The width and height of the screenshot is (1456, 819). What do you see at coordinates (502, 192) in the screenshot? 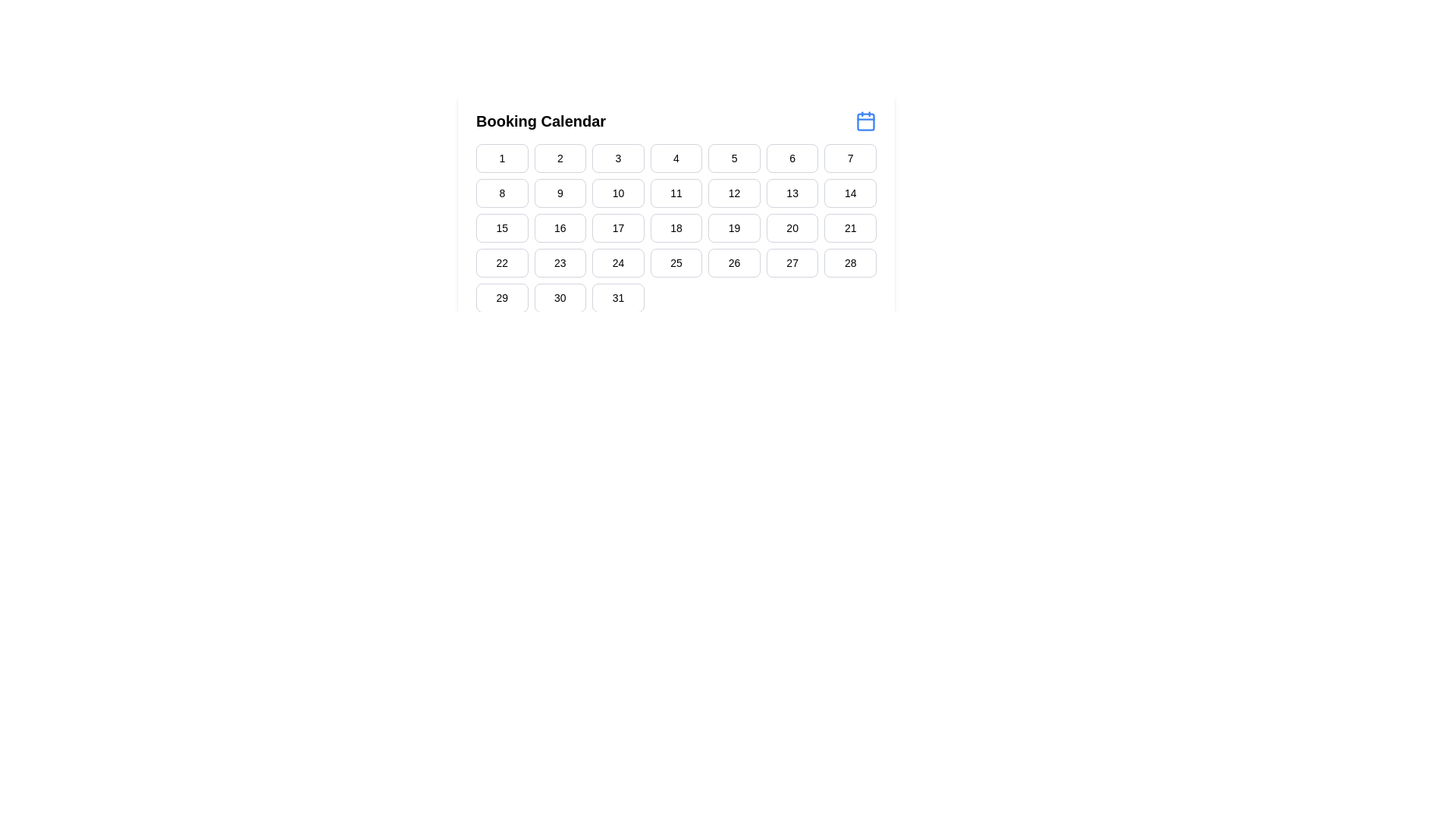
I see `the button used to select the date '8' in the calendar interface for accessibility navigation` at bounding box center [502, 192].